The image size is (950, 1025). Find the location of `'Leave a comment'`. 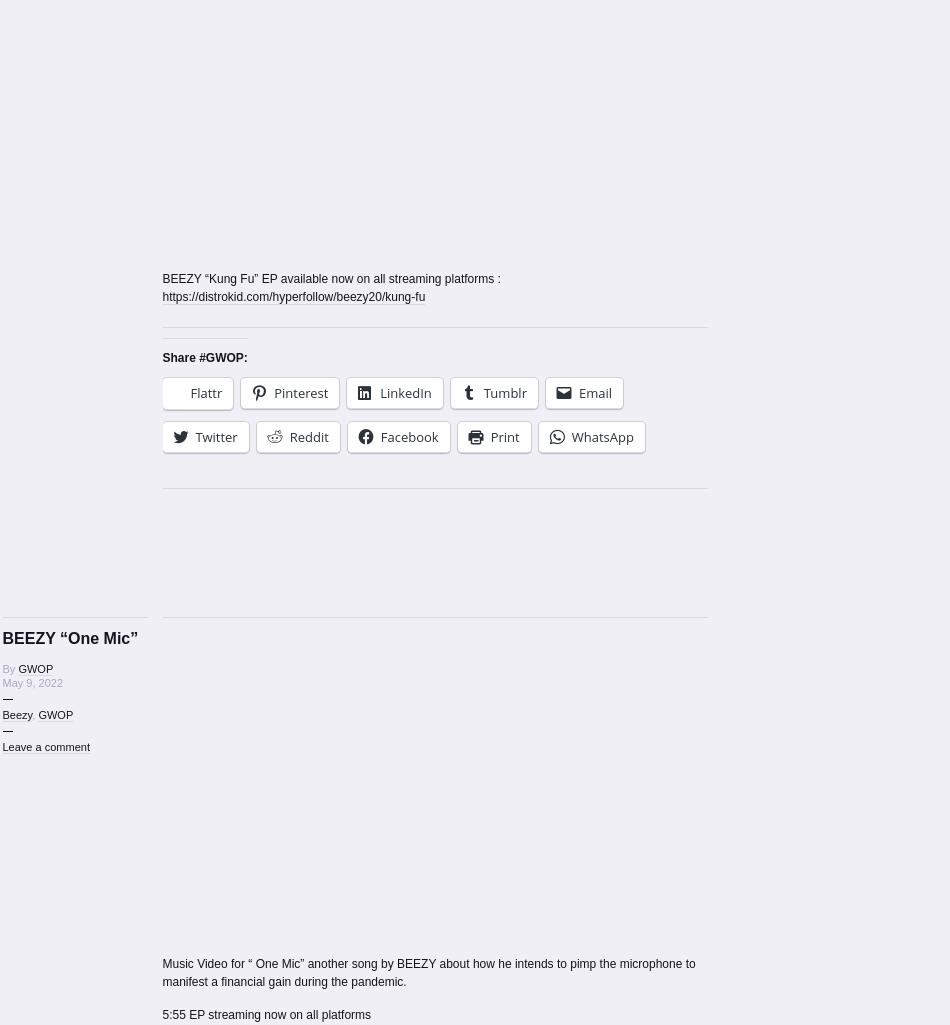

'Leave a comment' is located at coordinates (45, 744).